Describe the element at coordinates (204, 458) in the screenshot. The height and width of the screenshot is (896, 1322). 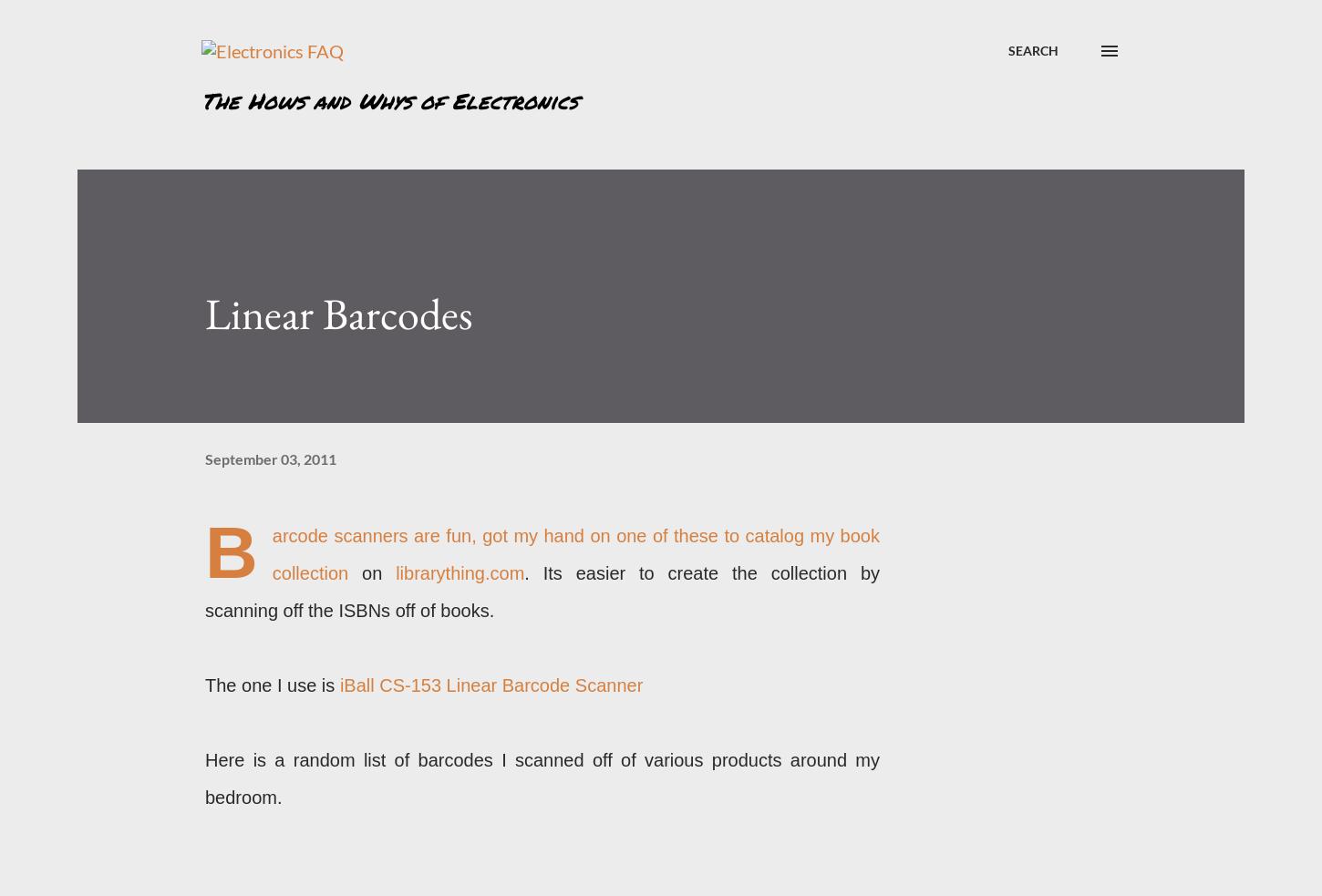
I see `'September 03, 2011'` at that location.